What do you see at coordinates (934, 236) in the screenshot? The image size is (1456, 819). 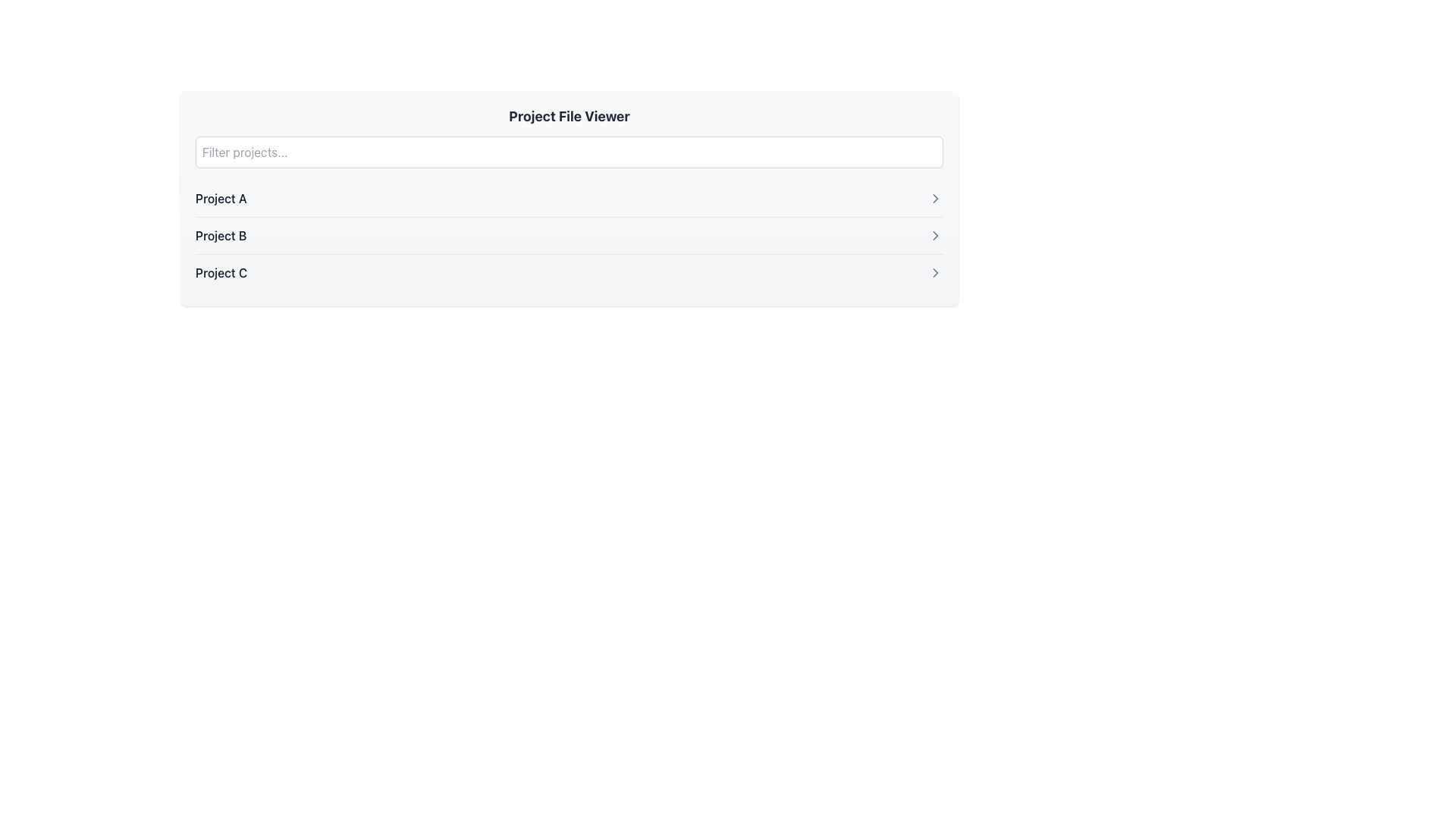 I see `the right-pointing Chevron icon located at the far-right of the list entry labeled 'Project B'` at bounding box center [934, 236].